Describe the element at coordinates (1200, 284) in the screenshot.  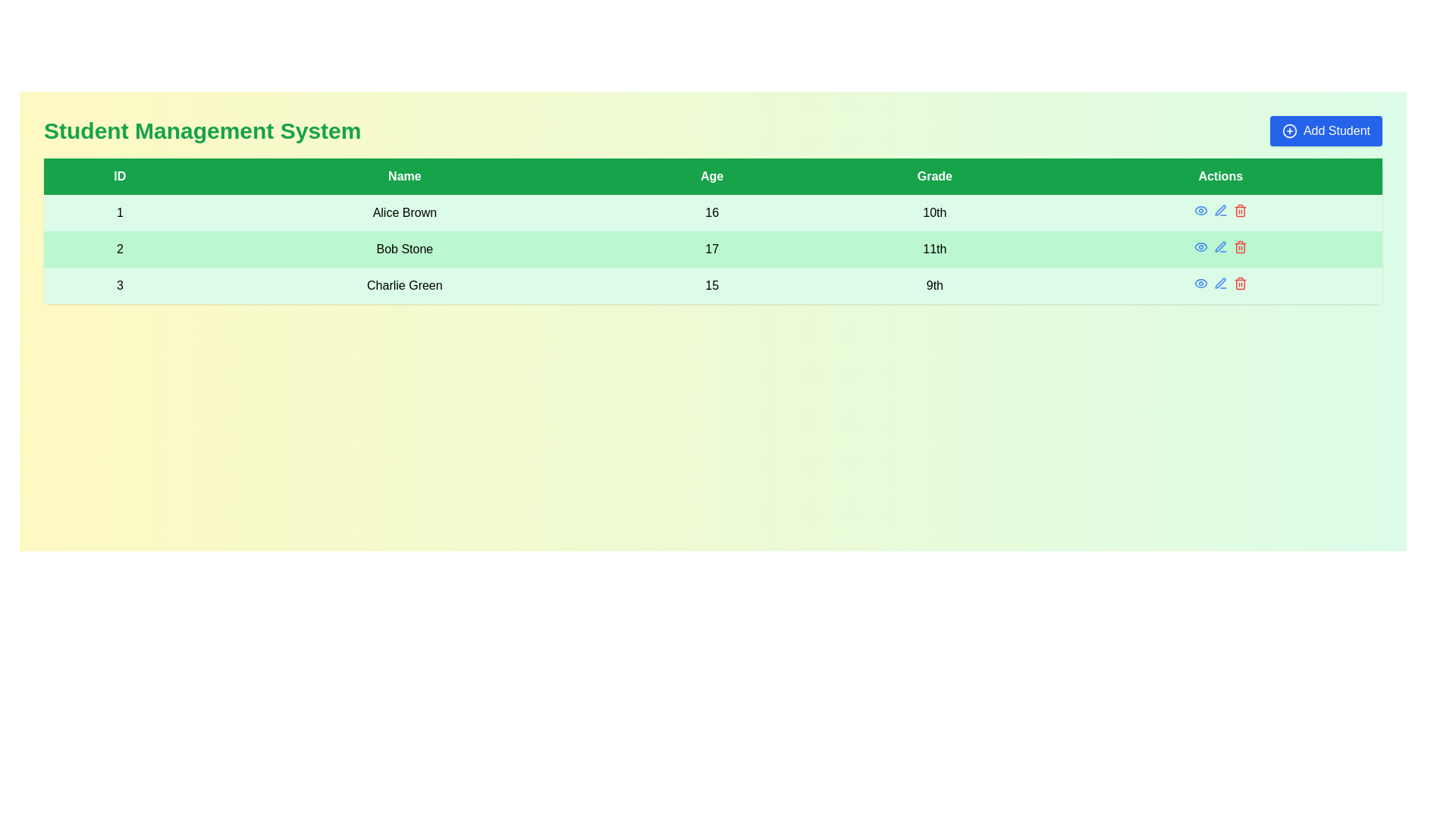
I see `the 'view' icon within the Actions column for the student named 'Charlie Green' in the third row of the table` at that location.